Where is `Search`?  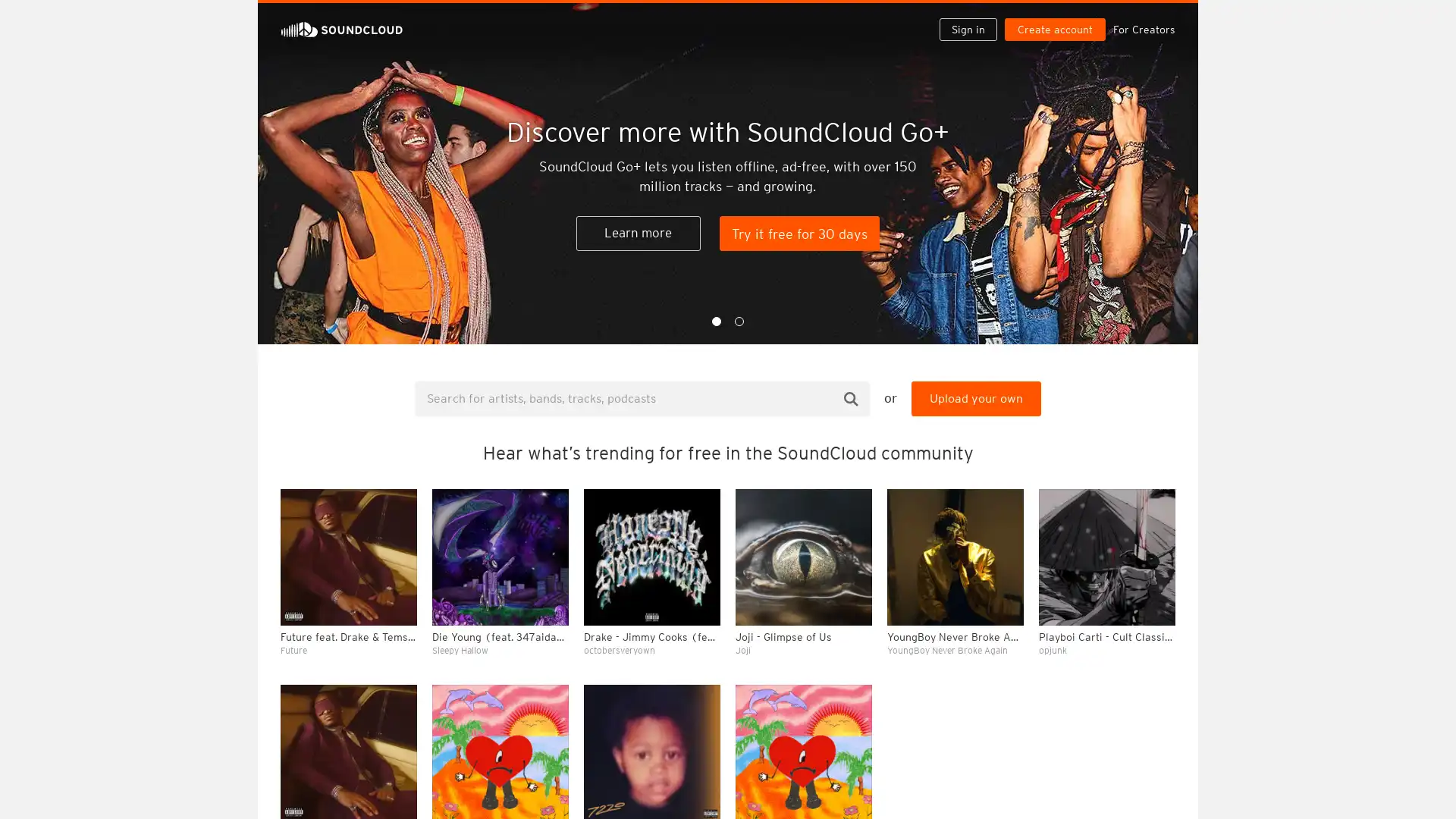 Search is located at coordinates (919, 17).